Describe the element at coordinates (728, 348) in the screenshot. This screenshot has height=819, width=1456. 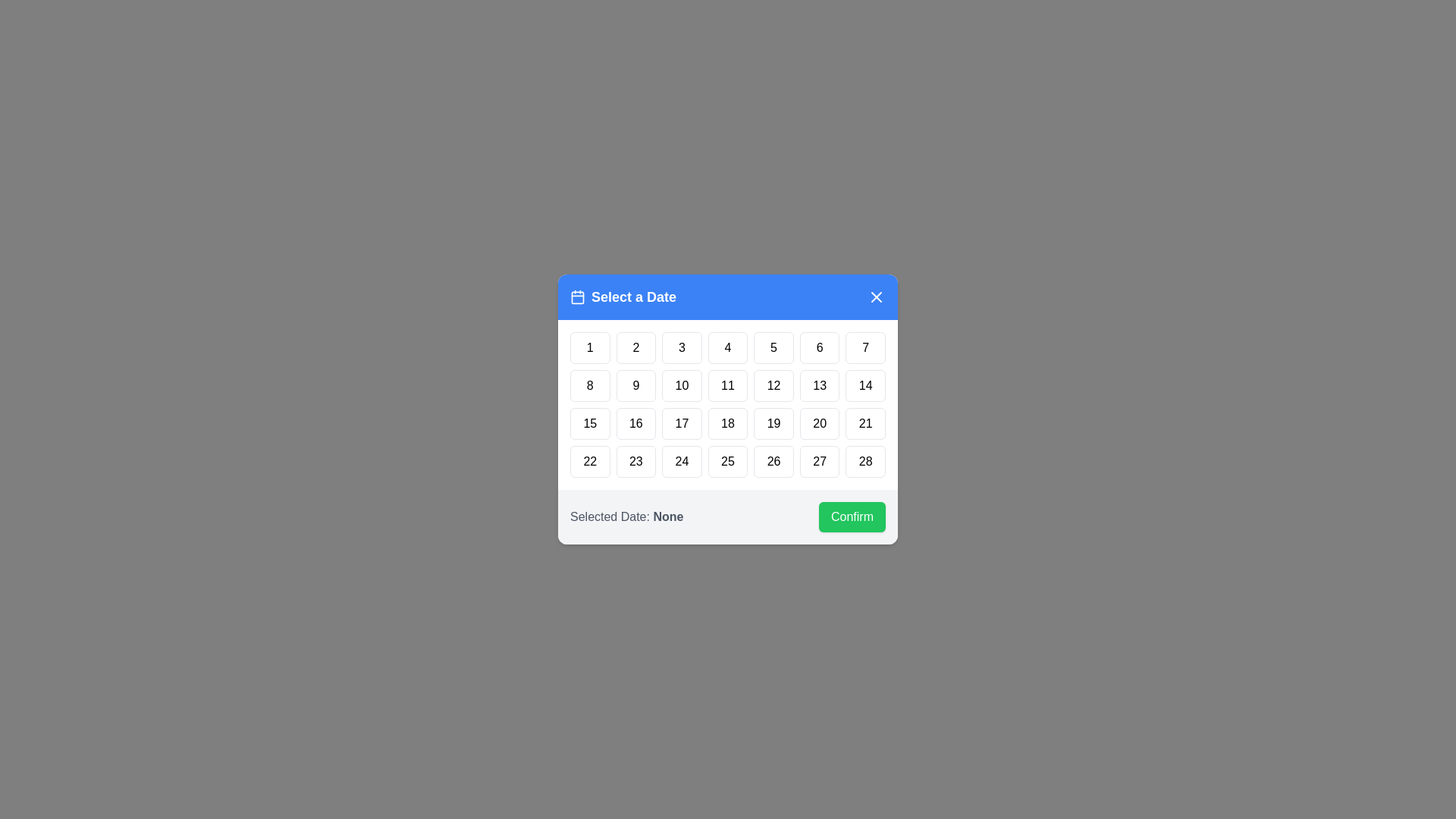
I see `the day button labeled 4 to highlight it` at that location.